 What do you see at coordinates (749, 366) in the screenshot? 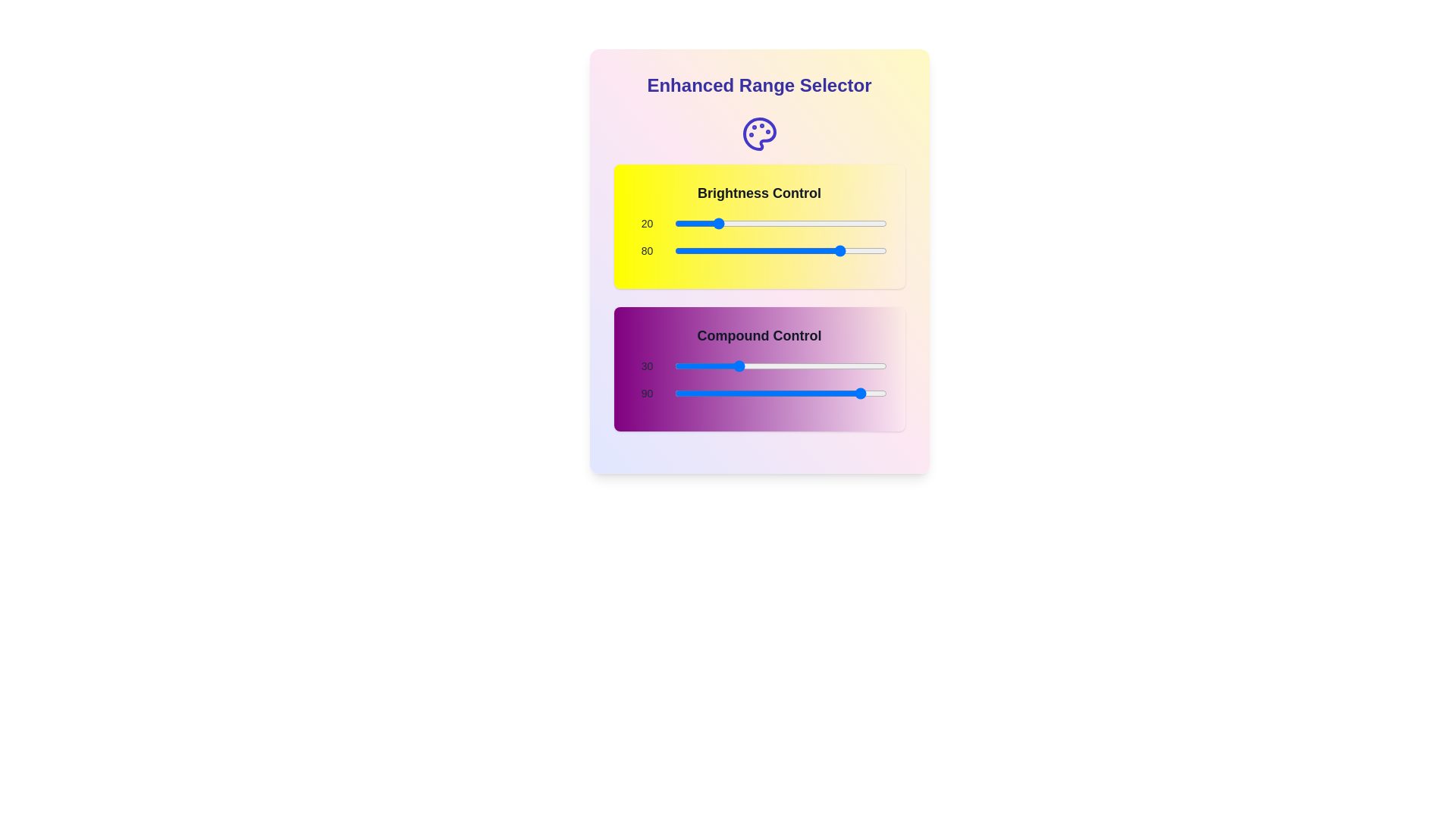
I see `the 'Compound Control' slider to 36 by dragging it to the corresponding position` at bounding box center [749, 366].